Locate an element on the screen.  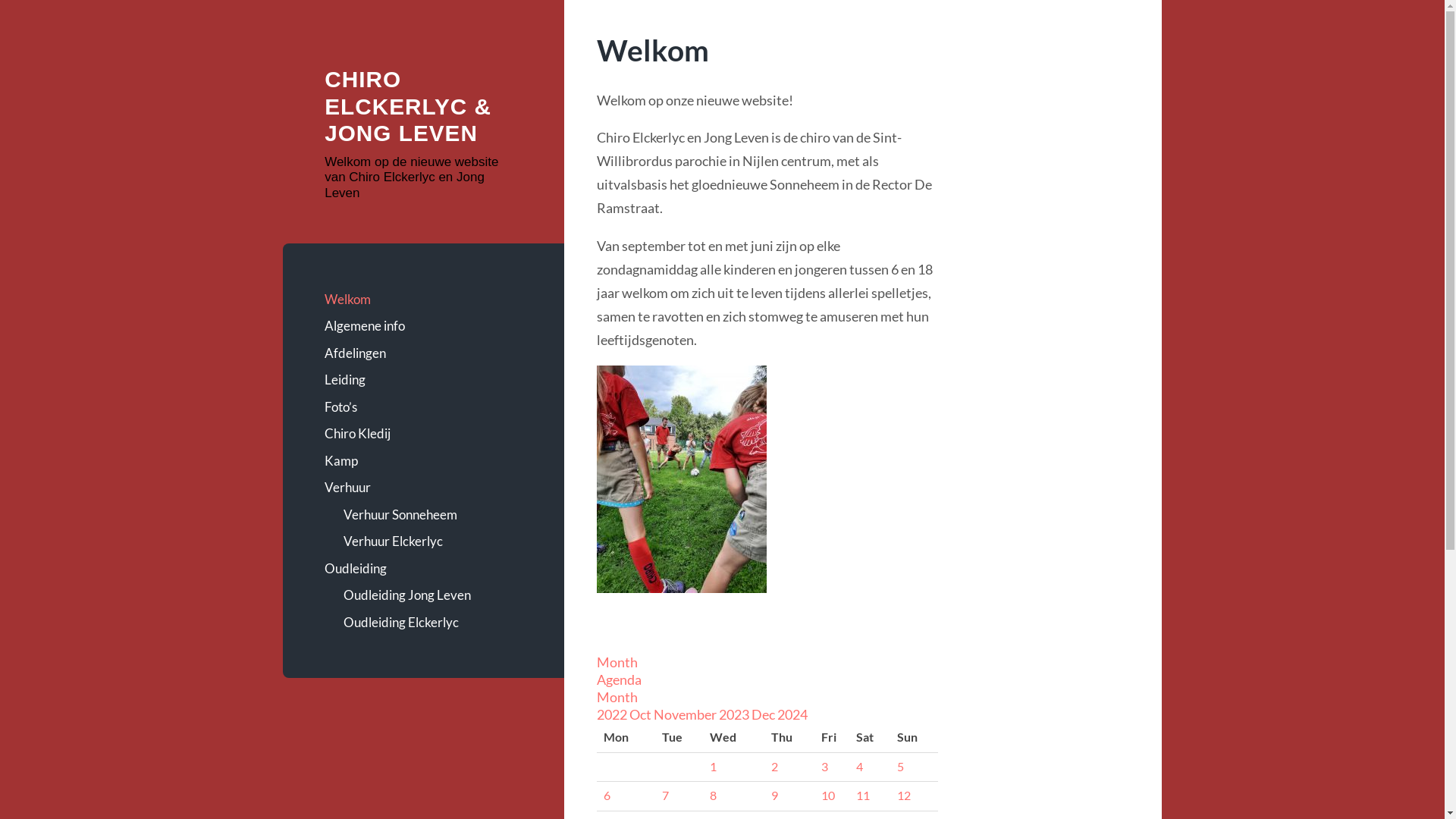
'Oct' is located at coordinates (641, 714).